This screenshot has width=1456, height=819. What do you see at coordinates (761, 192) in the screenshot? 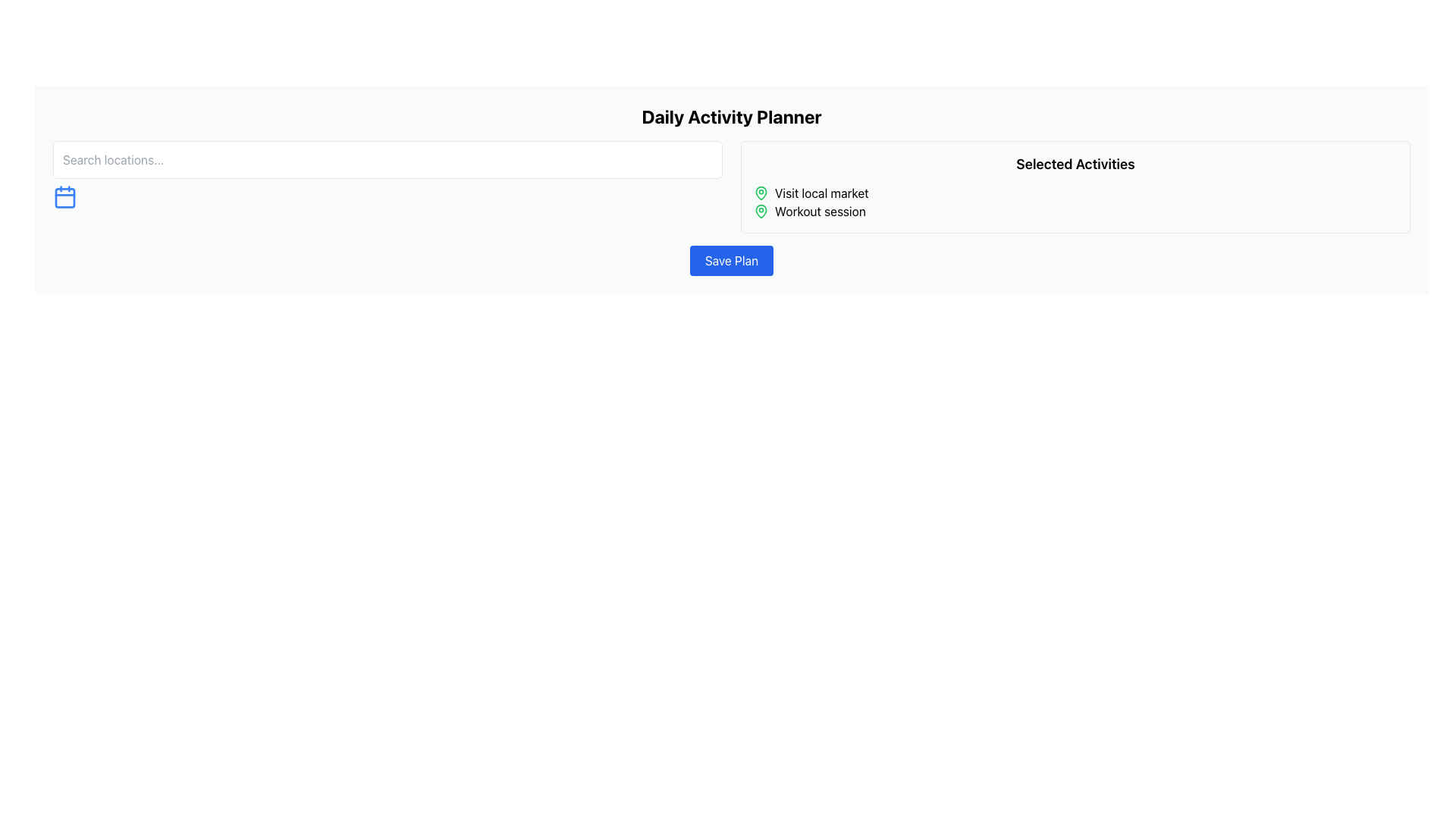
I see `the green map pin icon located to the left of the text 'Visit local market' in the 'Selected Activities' section` at bounding box center [761, 192].